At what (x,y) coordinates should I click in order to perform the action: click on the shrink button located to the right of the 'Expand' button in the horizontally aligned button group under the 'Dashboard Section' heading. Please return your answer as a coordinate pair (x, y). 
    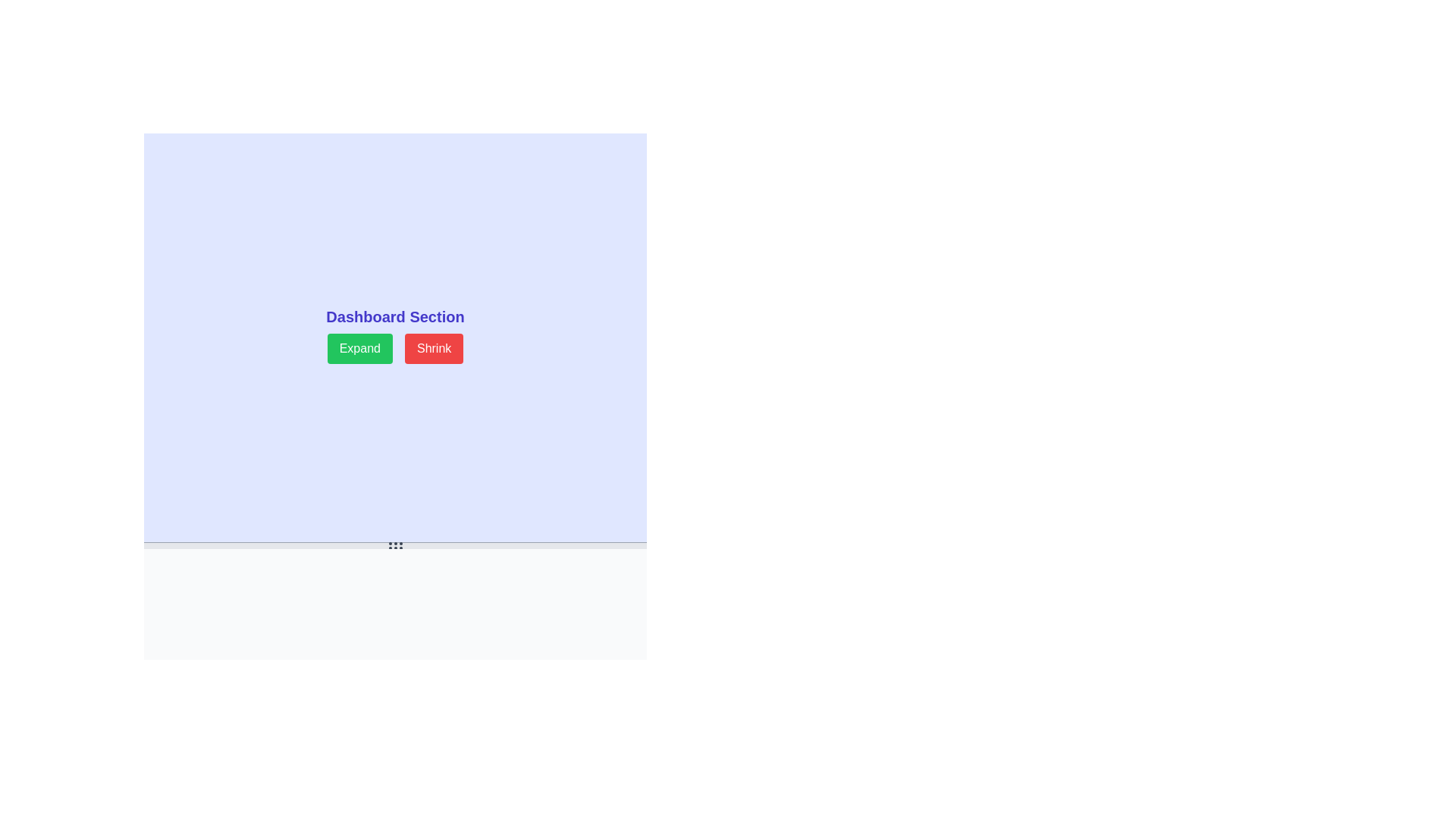
    Looking at the image, I should click on (433, 348).